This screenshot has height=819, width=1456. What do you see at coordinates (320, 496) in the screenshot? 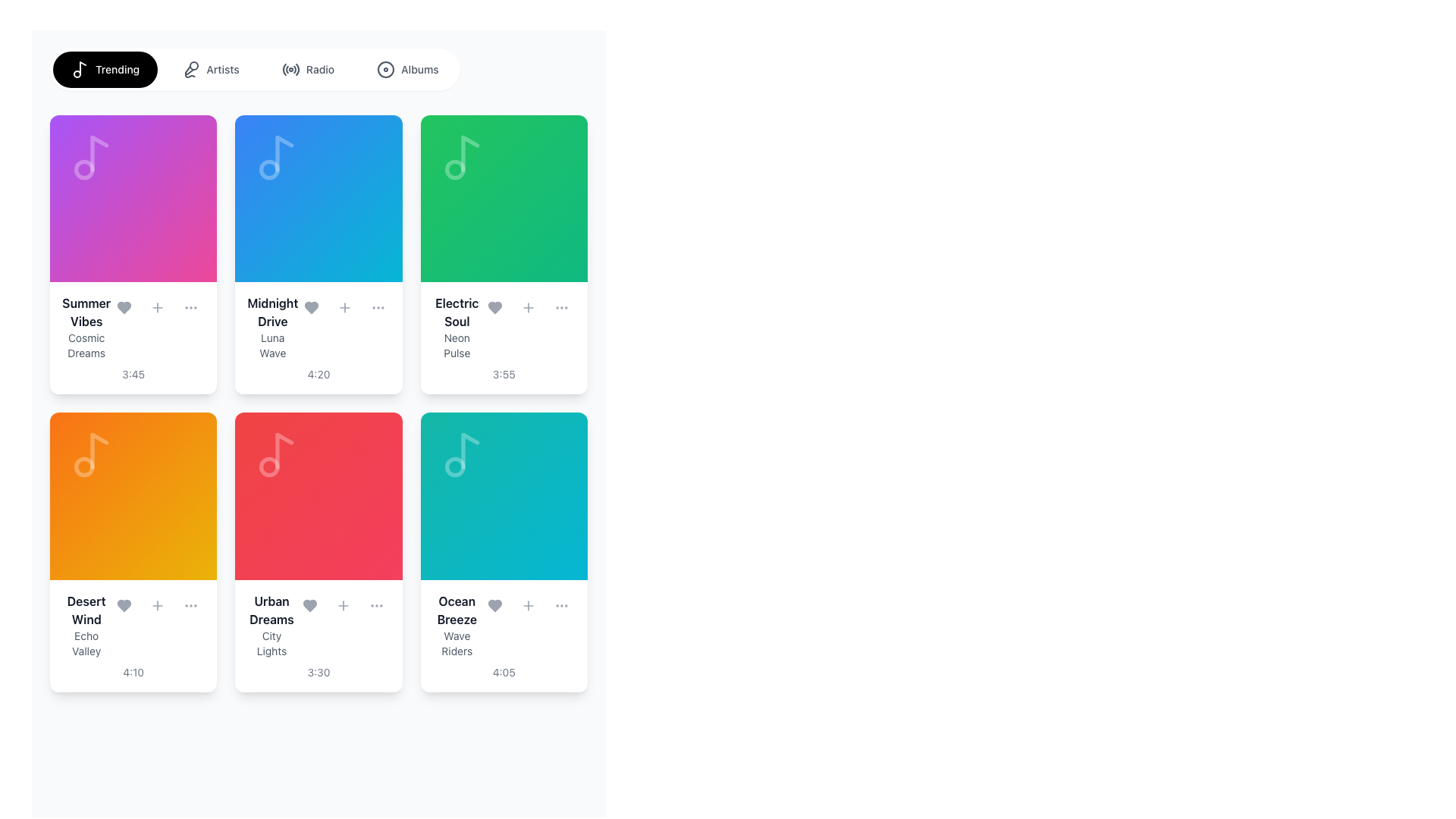
I see `the play triangle icon located centrally within the red card labeled 'Urban Dreams'` at bounding box center [320, 496].